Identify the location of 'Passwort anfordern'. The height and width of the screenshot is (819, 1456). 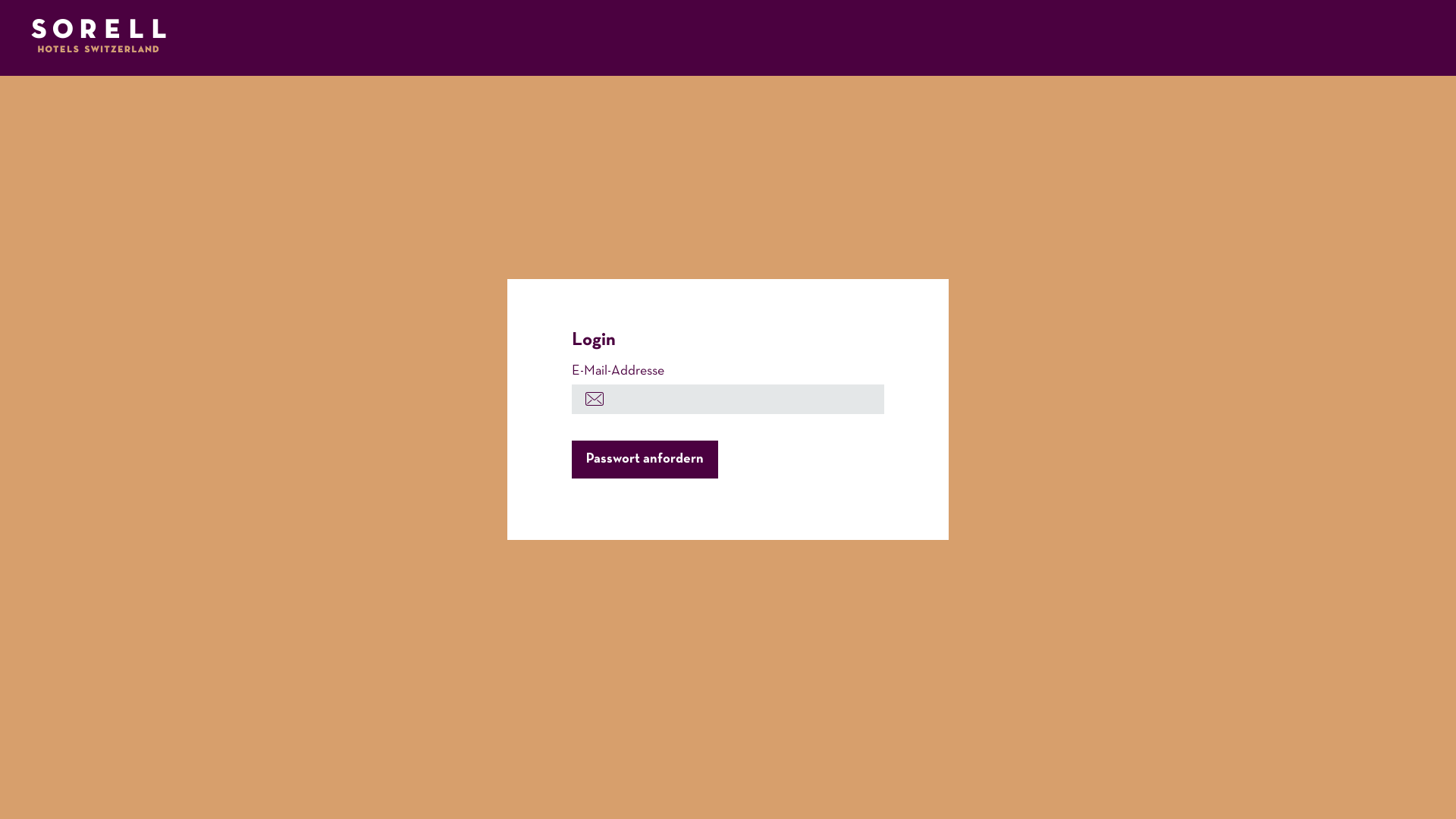
(645, 459).